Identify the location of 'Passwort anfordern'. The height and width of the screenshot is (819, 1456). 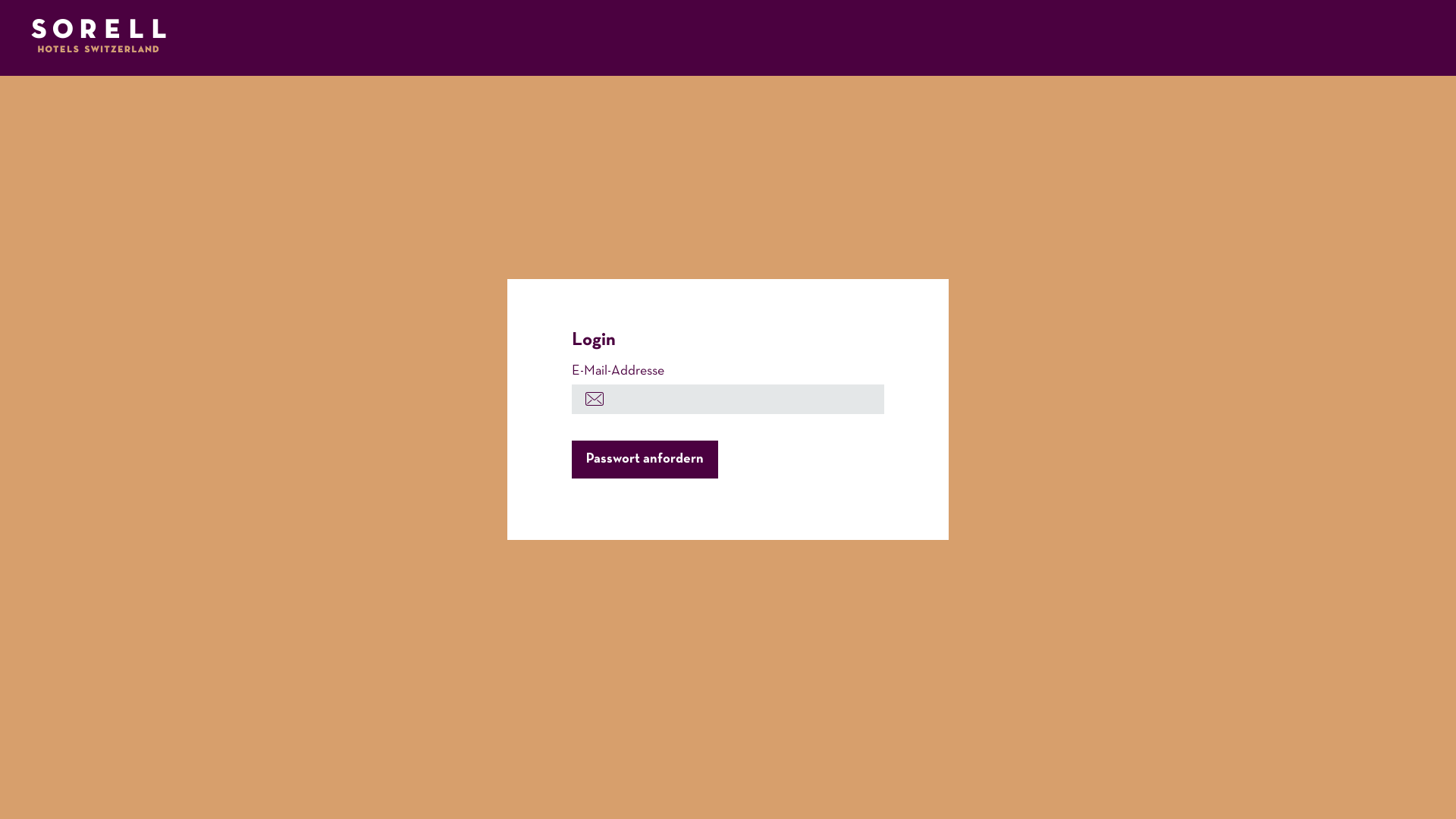
(645, 459).